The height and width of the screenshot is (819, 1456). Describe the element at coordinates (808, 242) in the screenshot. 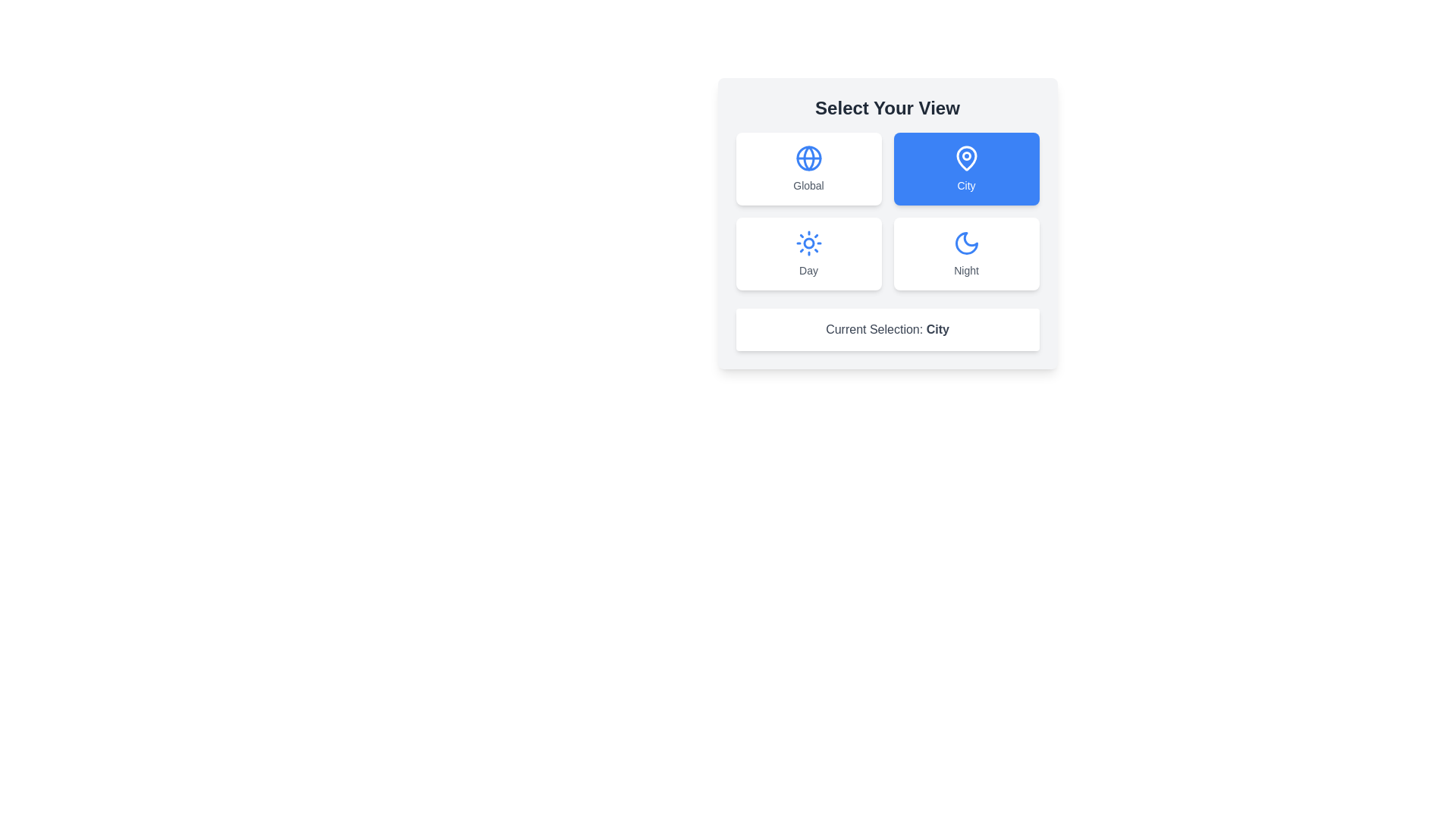

I see `the 'Day' icon located above the text label 'Day' within the selection grid` at that location.